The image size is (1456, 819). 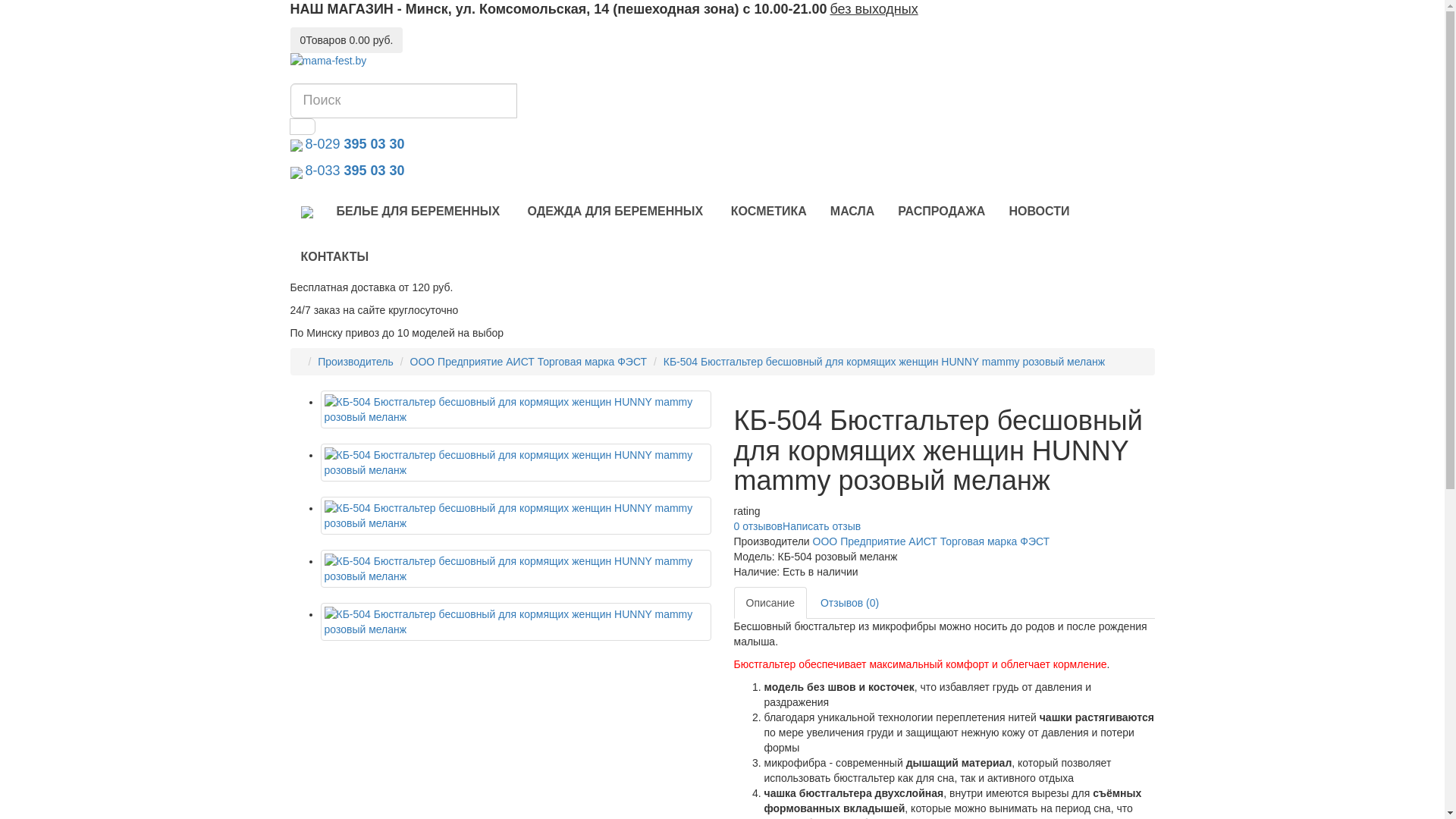 What do you see at coordinates (352, 145) in the screenshot?
I see `'8-029 395 03 30'` at bounding box center [352, 145].